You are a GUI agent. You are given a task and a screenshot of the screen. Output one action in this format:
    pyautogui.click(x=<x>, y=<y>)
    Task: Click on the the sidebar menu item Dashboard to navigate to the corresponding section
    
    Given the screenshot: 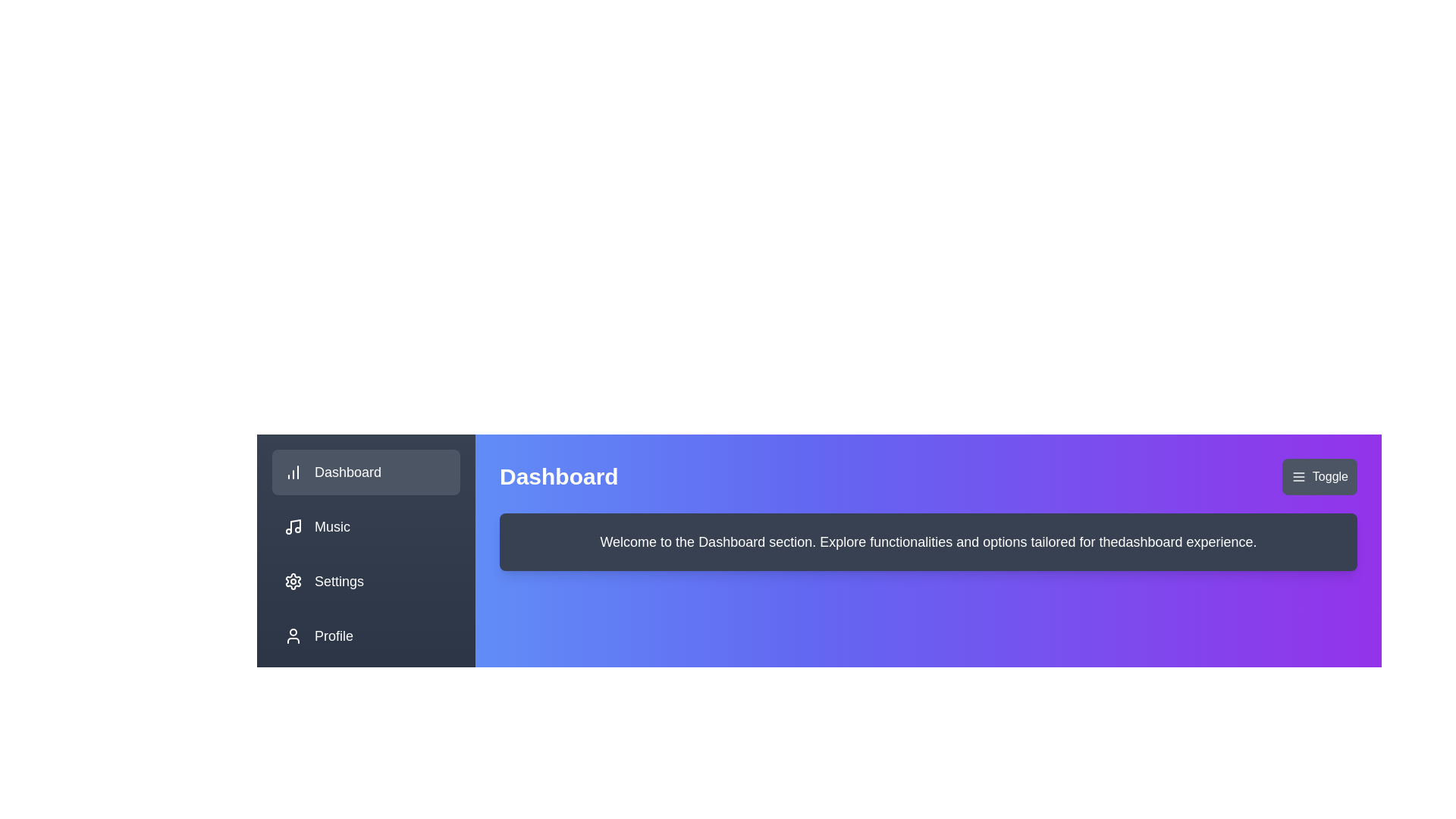 What is the action you would take?
    pyautogui.click(x=366, y=472)
    